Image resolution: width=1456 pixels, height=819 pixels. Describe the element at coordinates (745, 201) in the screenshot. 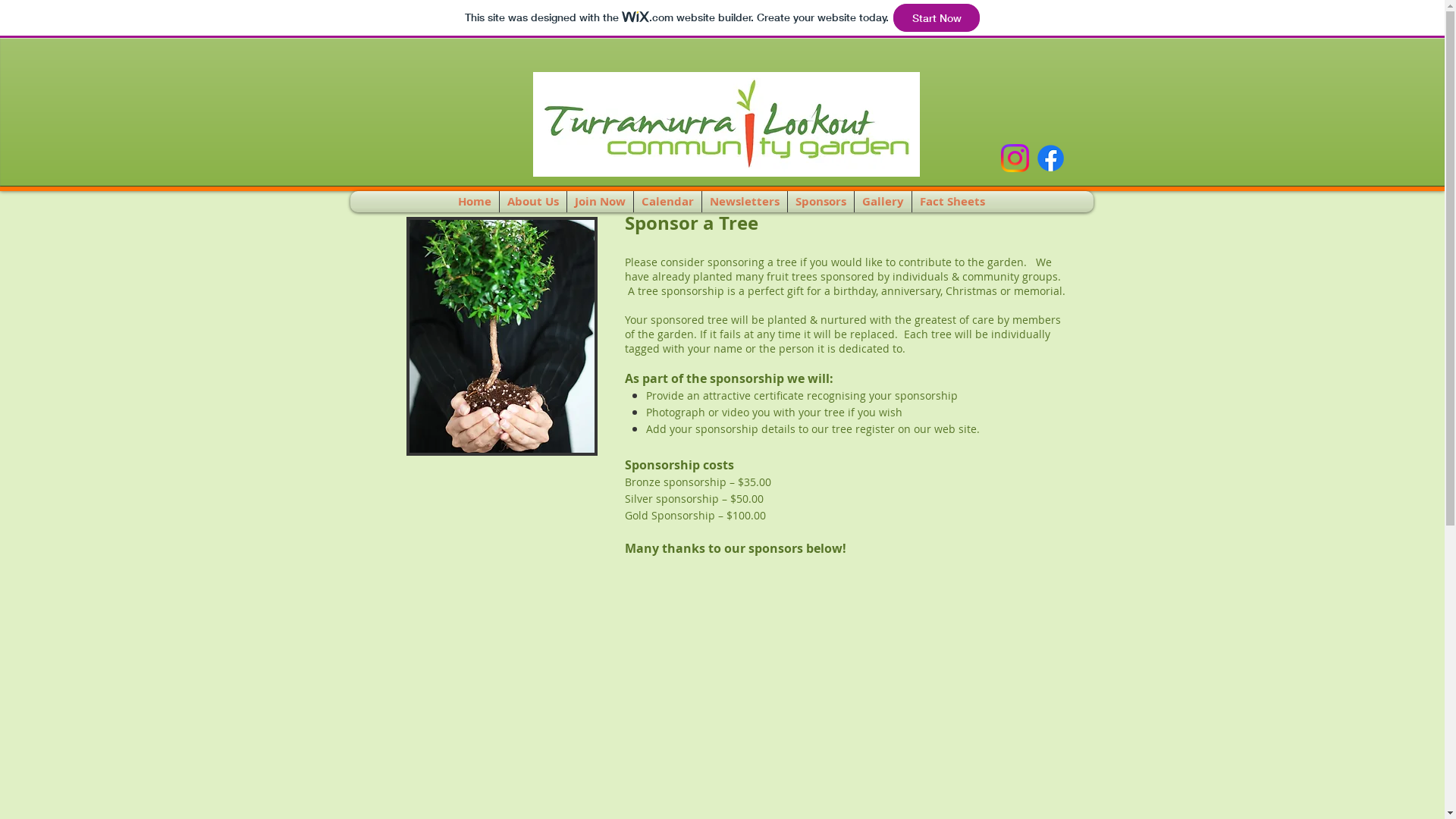

I see `'Newsletters'` at that location.